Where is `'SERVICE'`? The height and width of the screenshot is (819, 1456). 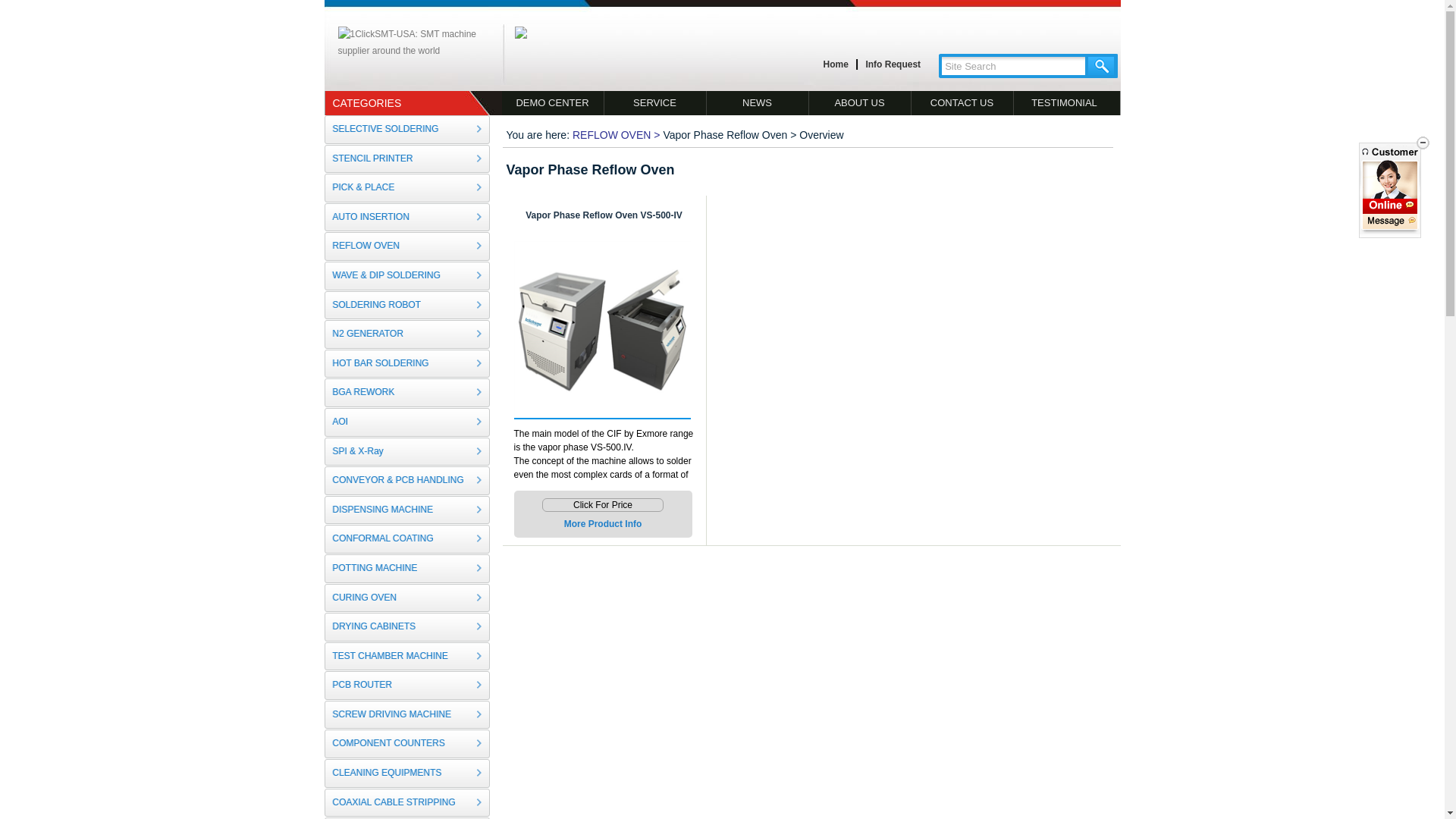 'SERVICE' is located at coordinates (654, 102).